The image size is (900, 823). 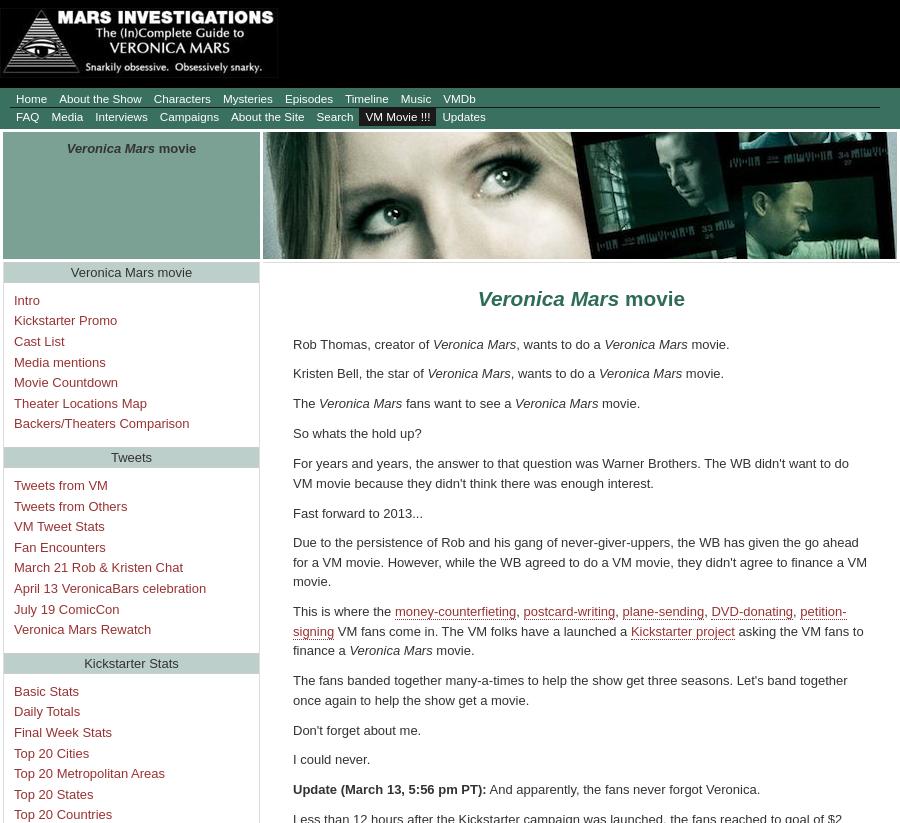 What do you see at coordinates (120, 116) in the screenshot?
I see `'Interviews'` at bounding box center [120, 116].